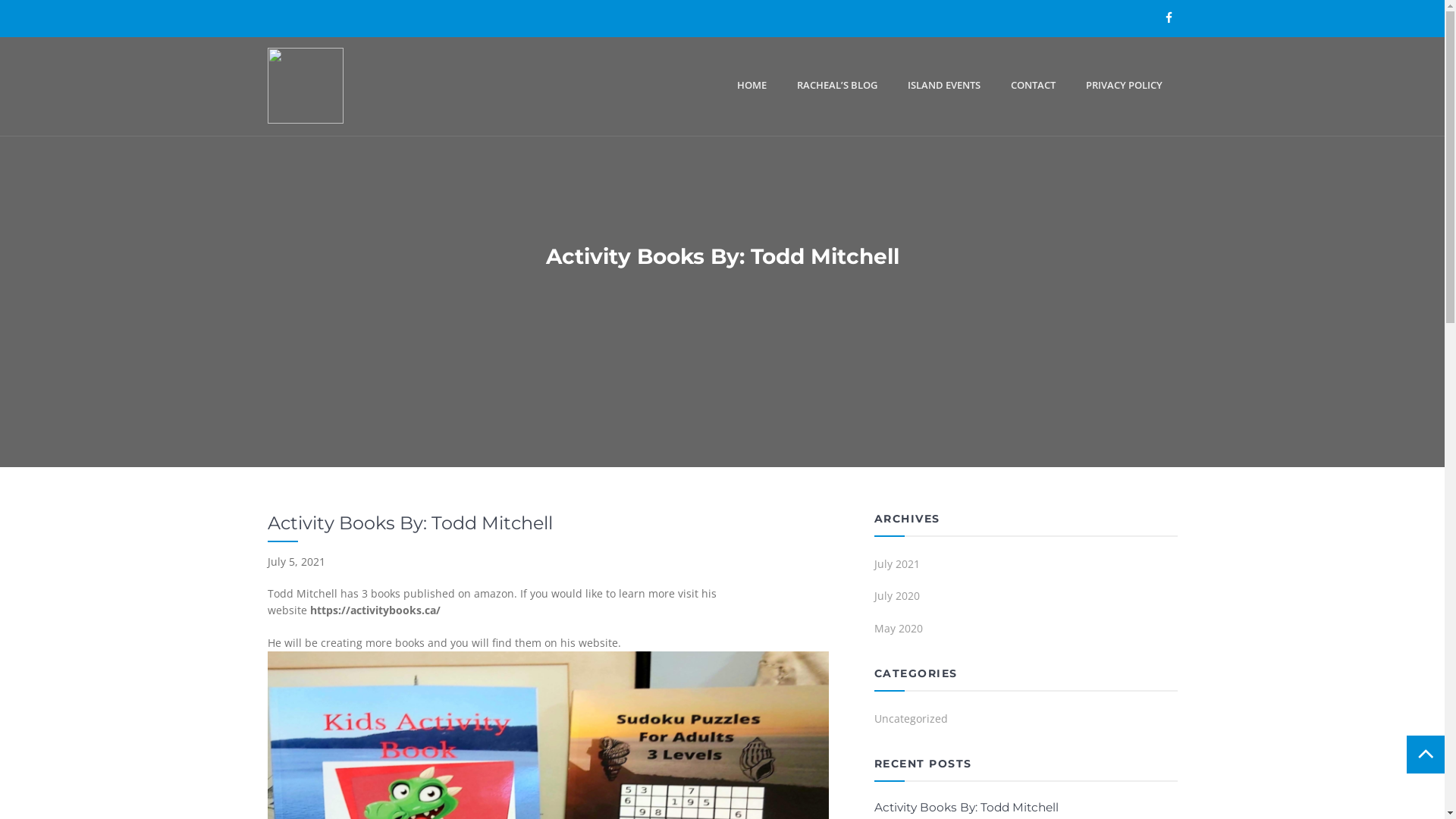 This screenshot has height=819, width=1456. What do you see at coordinates (874, 632) in the screenshot?
I see `'May 2020'` at bounding box center [874, 632].